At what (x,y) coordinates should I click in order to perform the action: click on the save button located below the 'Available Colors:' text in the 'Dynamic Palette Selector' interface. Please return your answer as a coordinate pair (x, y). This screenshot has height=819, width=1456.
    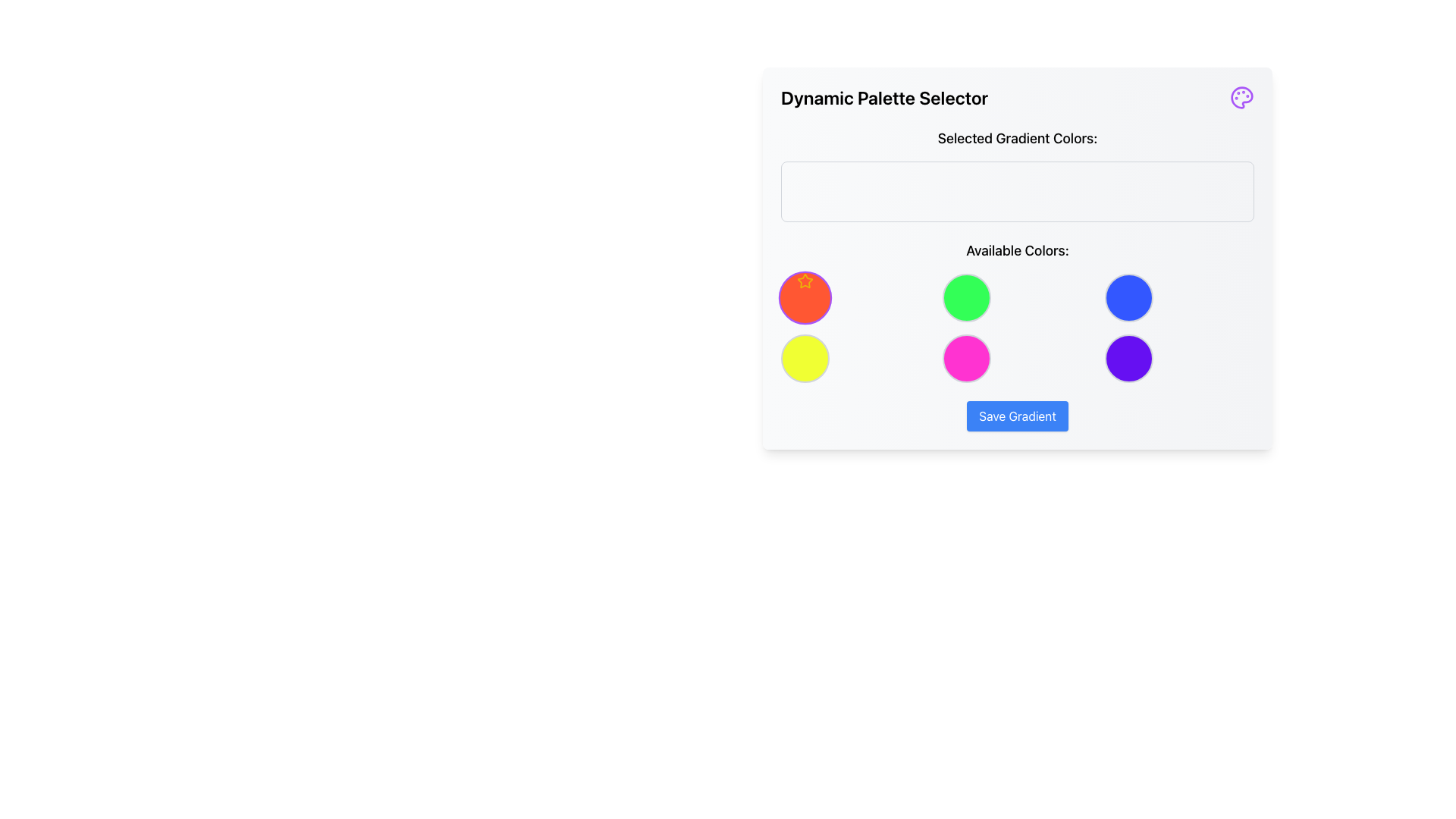
    Looking at the image, I should click on (1018, 416).